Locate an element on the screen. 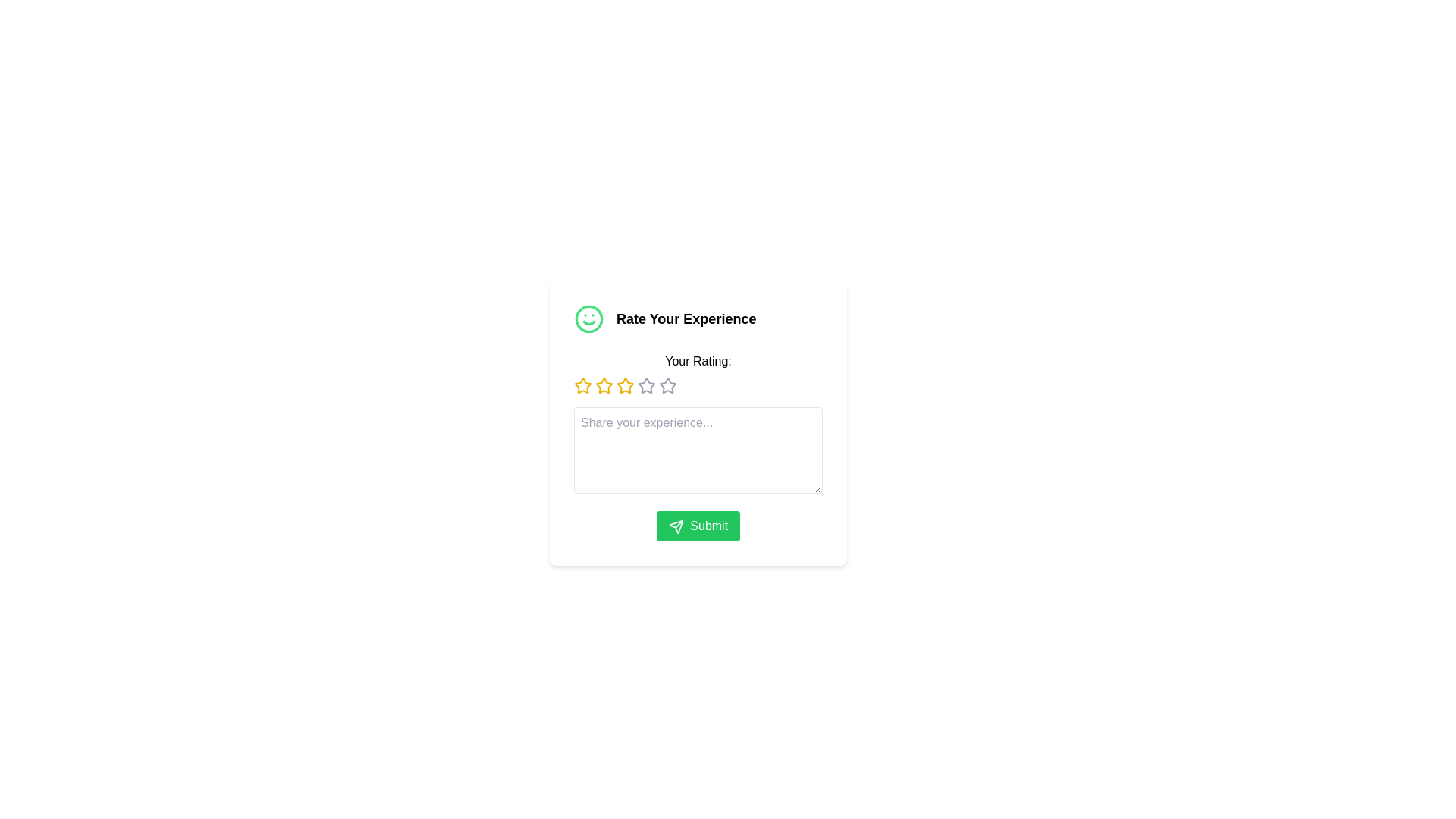 The image size is (1456, 819). the green 'Submit' button that contains the icon for submitting user feedback is located at coordinates (675, 526).